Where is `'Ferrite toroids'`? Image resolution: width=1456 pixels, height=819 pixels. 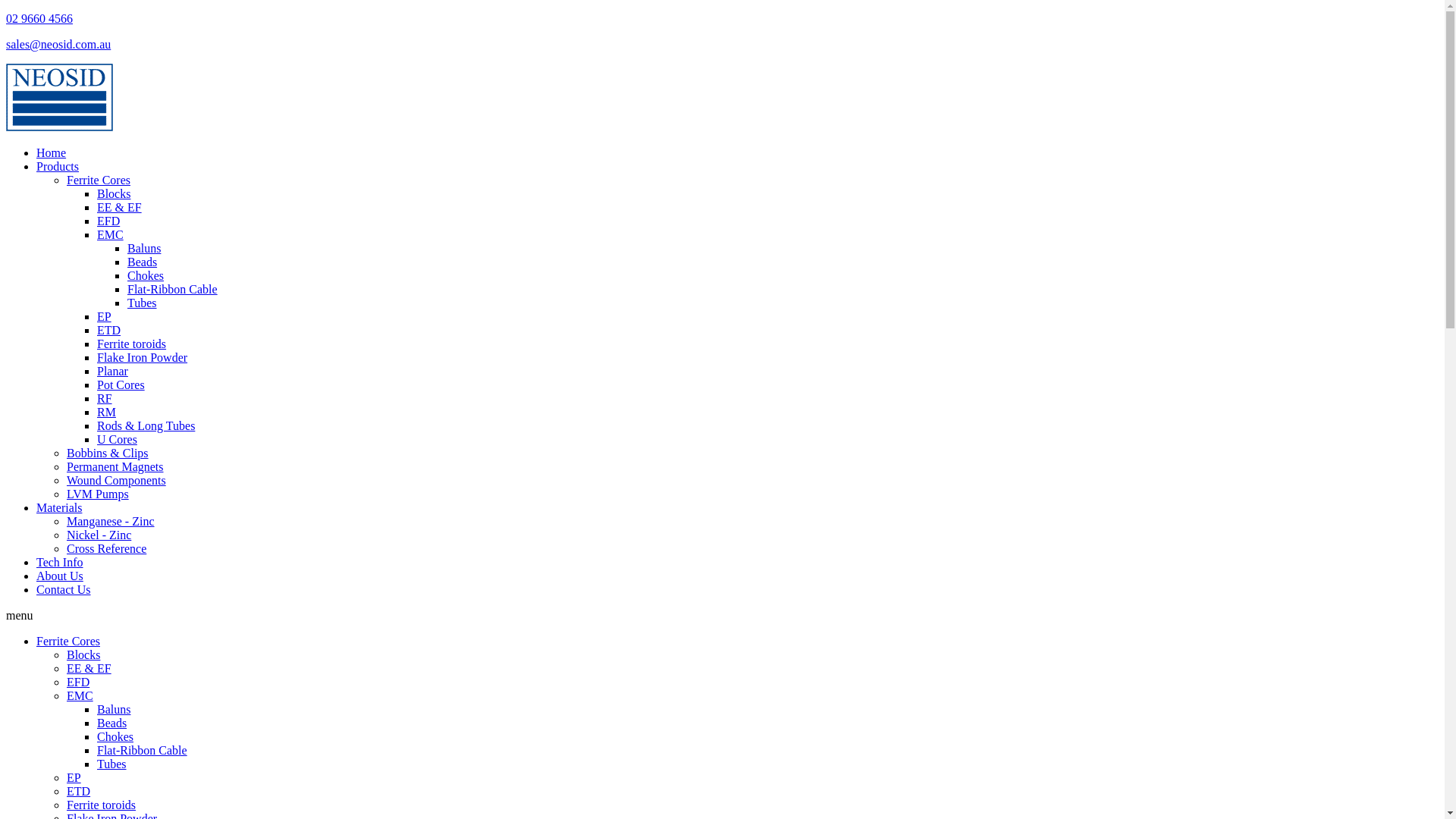 'Ferrite toroids' is located at coordinates (131, 344).